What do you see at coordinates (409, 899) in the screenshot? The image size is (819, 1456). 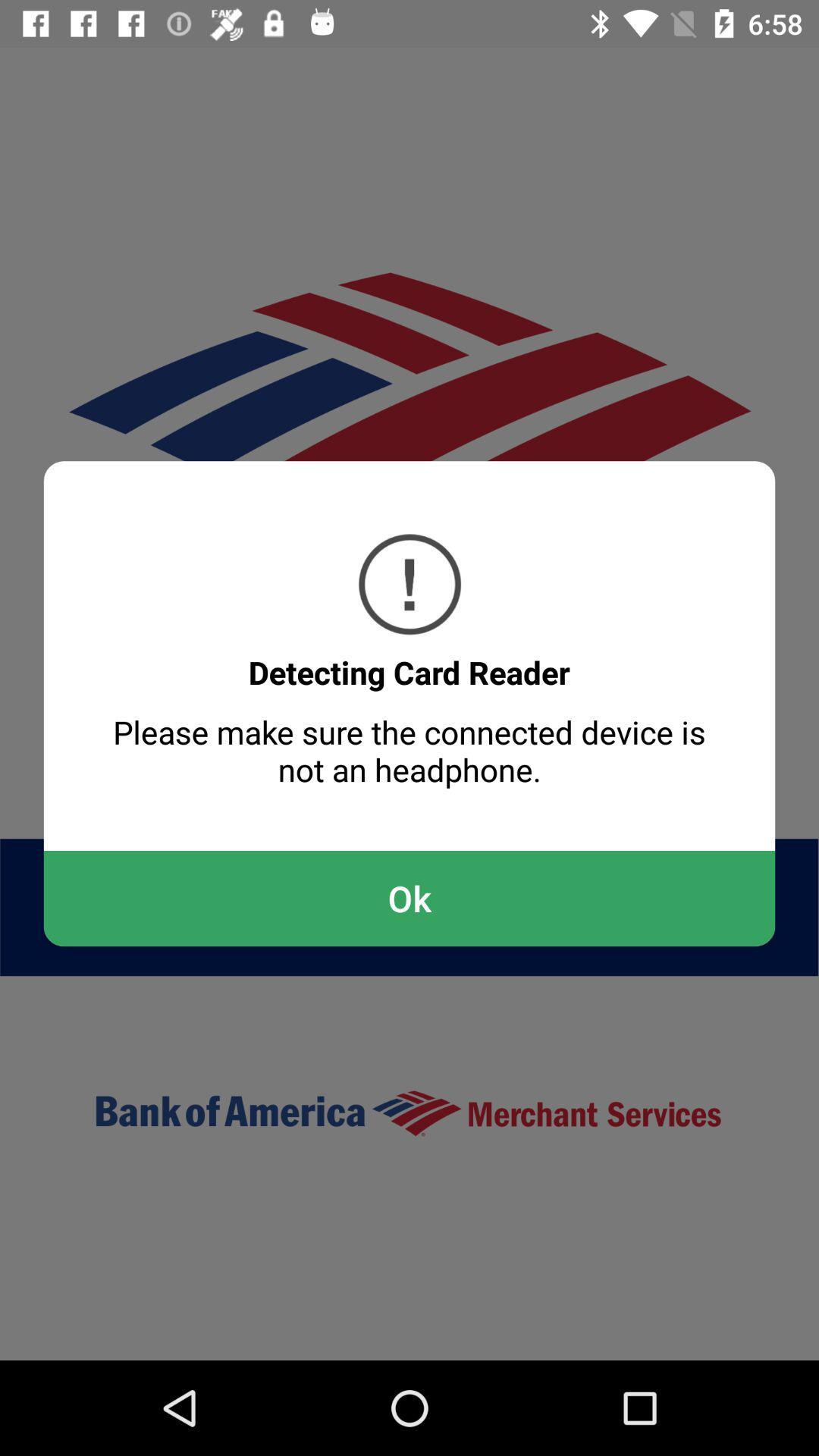 I see `icon below the please make sure item` at bounding box center [409, 899].